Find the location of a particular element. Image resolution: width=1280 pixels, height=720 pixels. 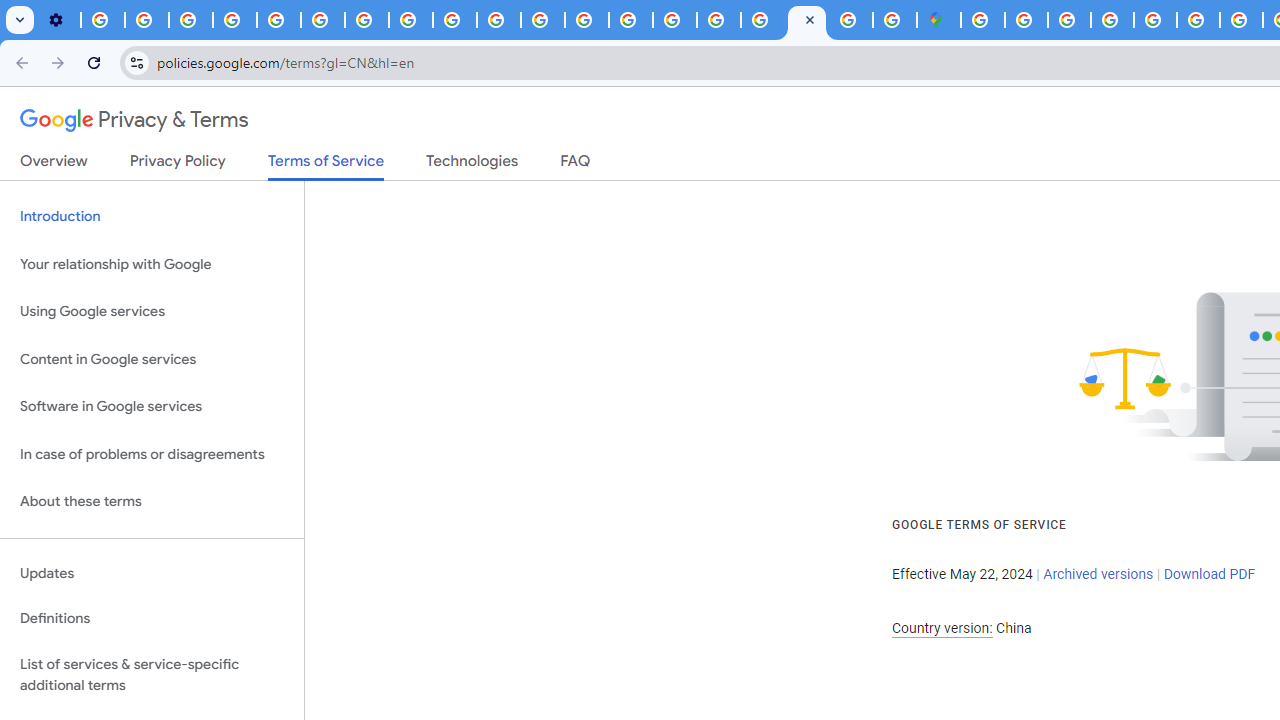

'Privacy Help Center - Policies Help' is located at coordinates (585, 20).